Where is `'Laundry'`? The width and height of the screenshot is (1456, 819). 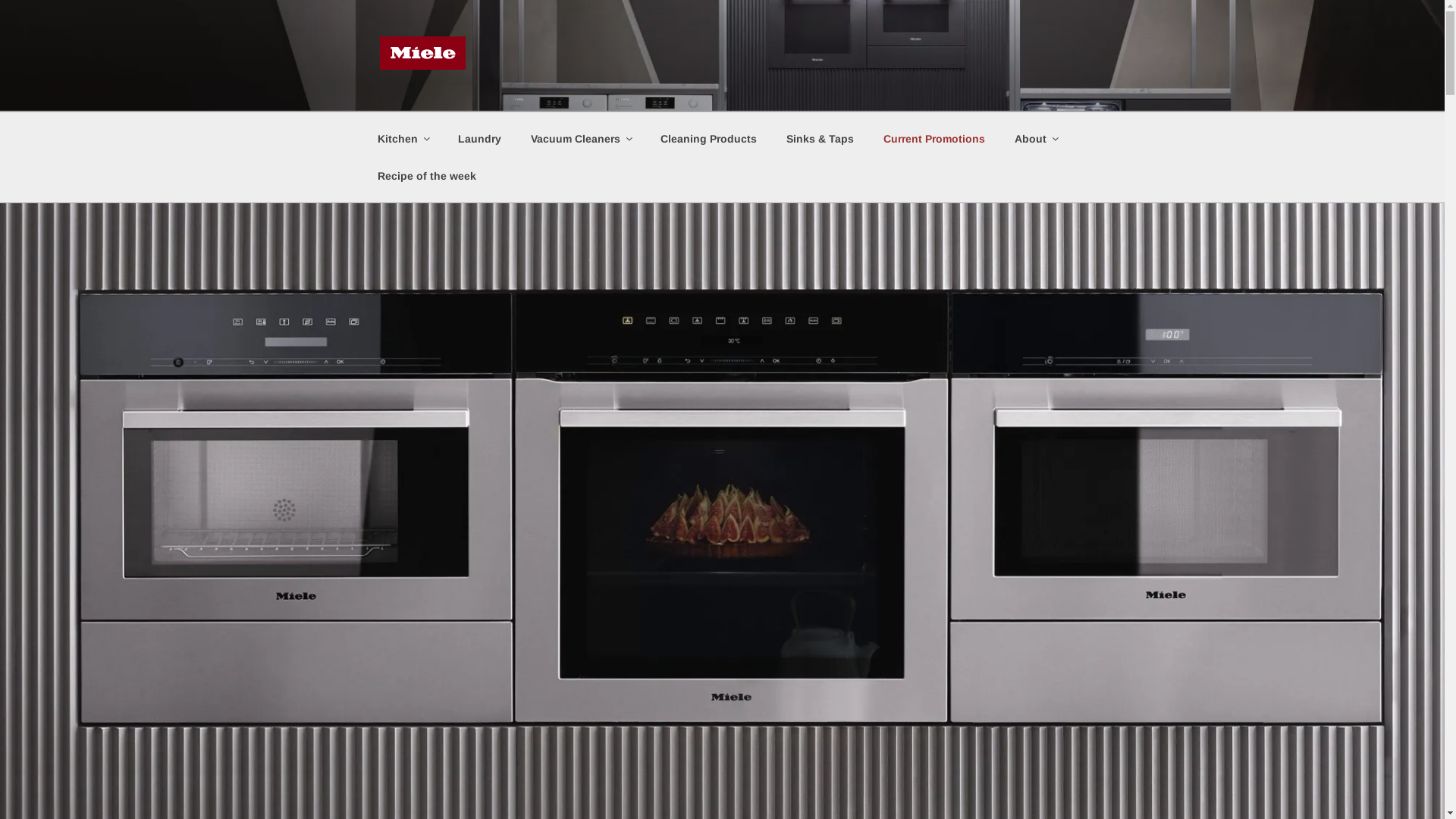
'Laundry' is located at coordinates (479, 138).